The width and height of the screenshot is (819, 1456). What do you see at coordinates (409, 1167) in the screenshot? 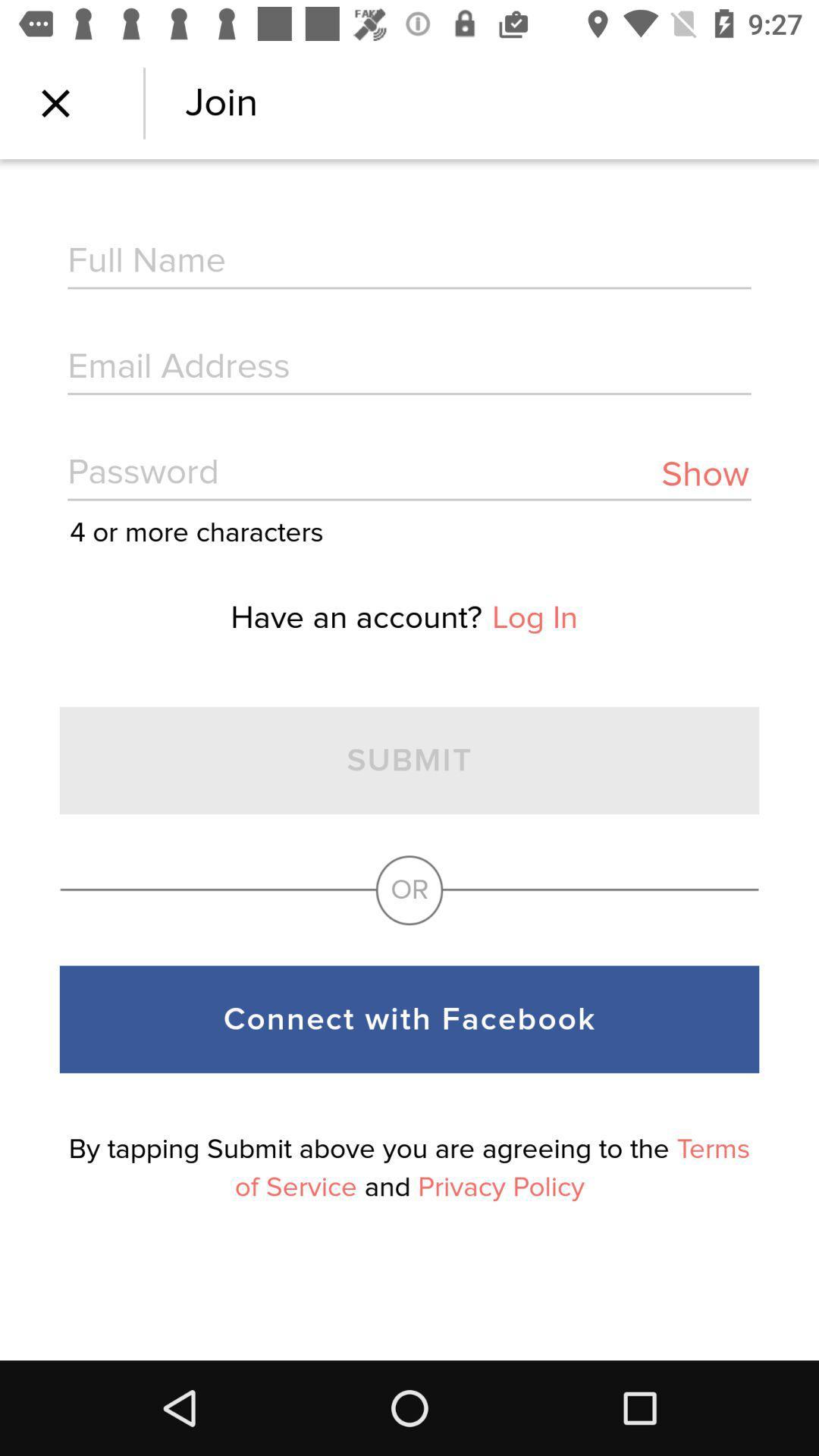
I see `icon below connect with facebook item` at bounding box center [409, 1167].